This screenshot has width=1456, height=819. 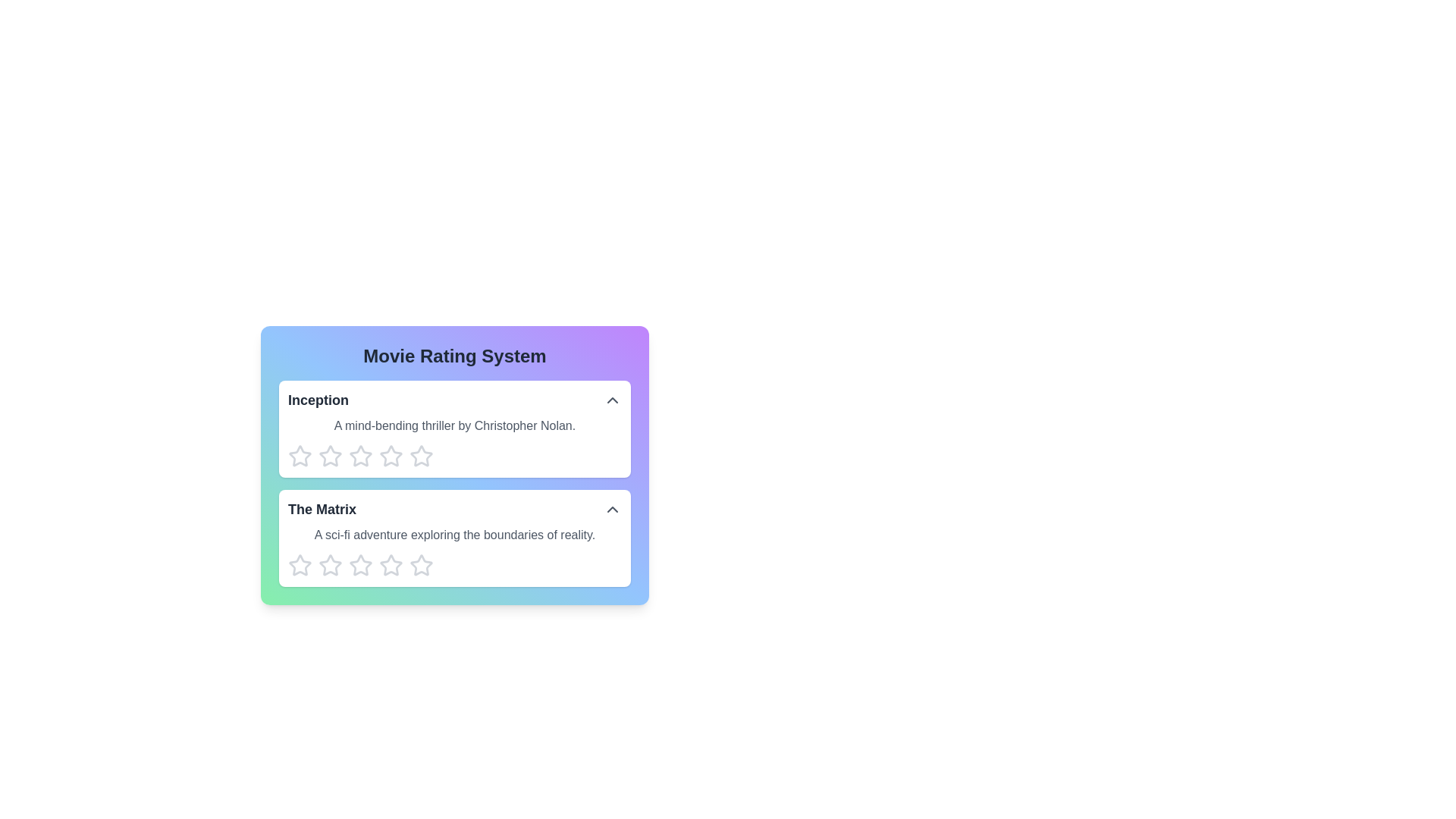 I want to click on static text element located below the title 'The Matrix' in the movie rating system interface, so click(x=454, y=534).